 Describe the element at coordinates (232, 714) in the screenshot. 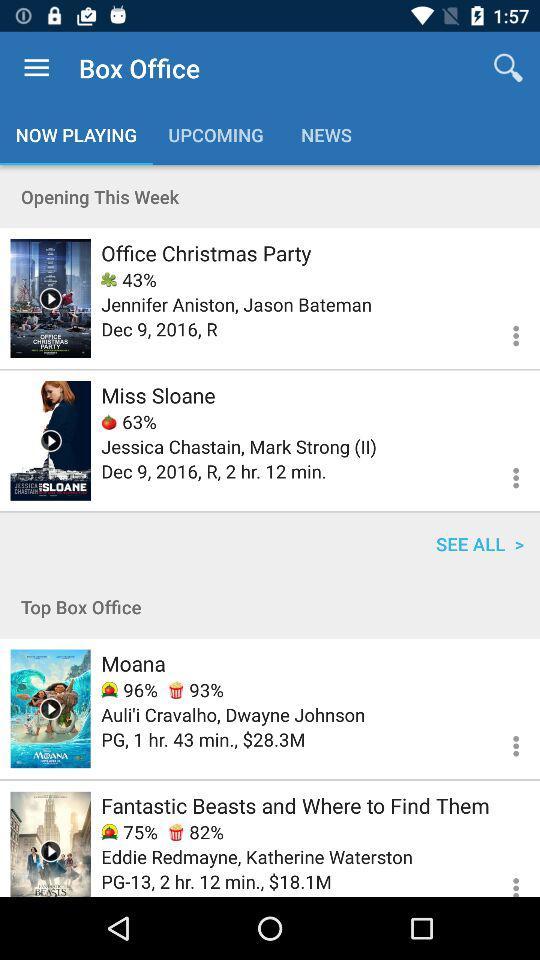

I see `the item below 96%` at that location.